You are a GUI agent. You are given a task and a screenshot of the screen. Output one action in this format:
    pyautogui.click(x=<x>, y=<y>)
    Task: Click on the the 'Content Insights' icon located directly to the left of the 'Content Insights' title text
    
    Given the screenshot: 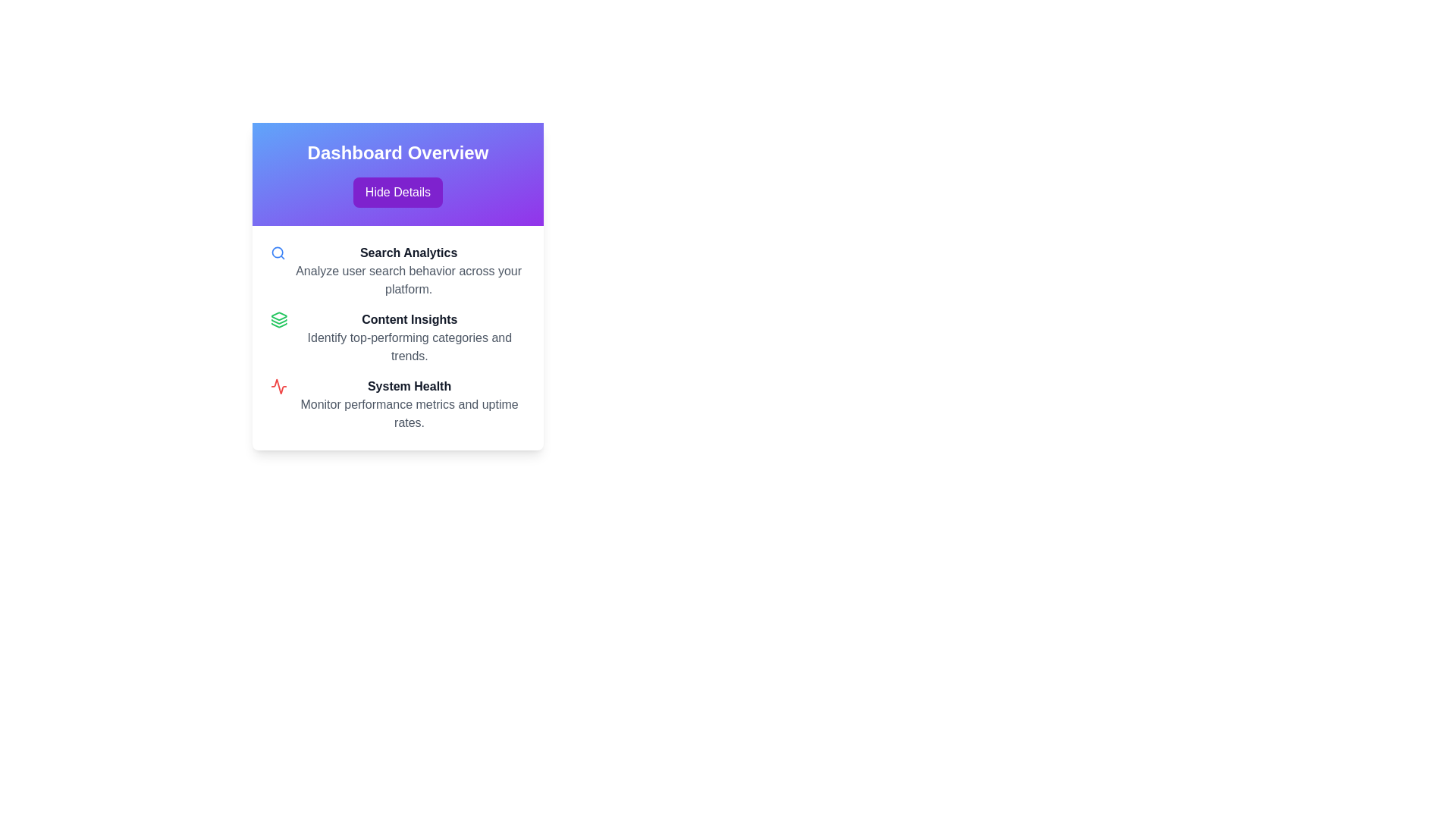 What is the action you would take?
    pyautogui.click(x=279, y=318)
    